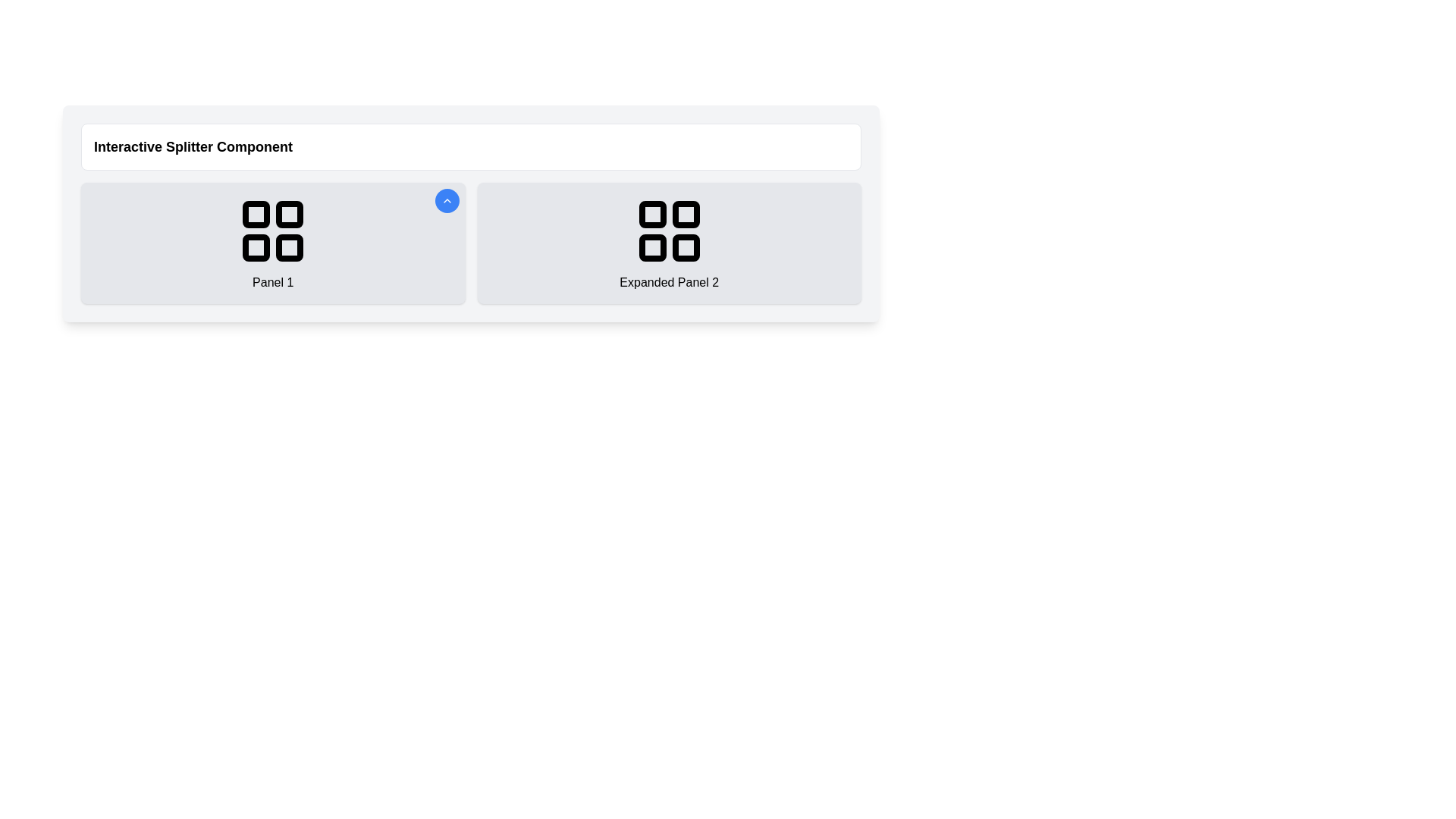  Describe the element at coordinates (446, 200) in the screenshot. I see `the circular button with a blue background and white chevron icon located in the top-right corner of 'Panel 1'` at that location.